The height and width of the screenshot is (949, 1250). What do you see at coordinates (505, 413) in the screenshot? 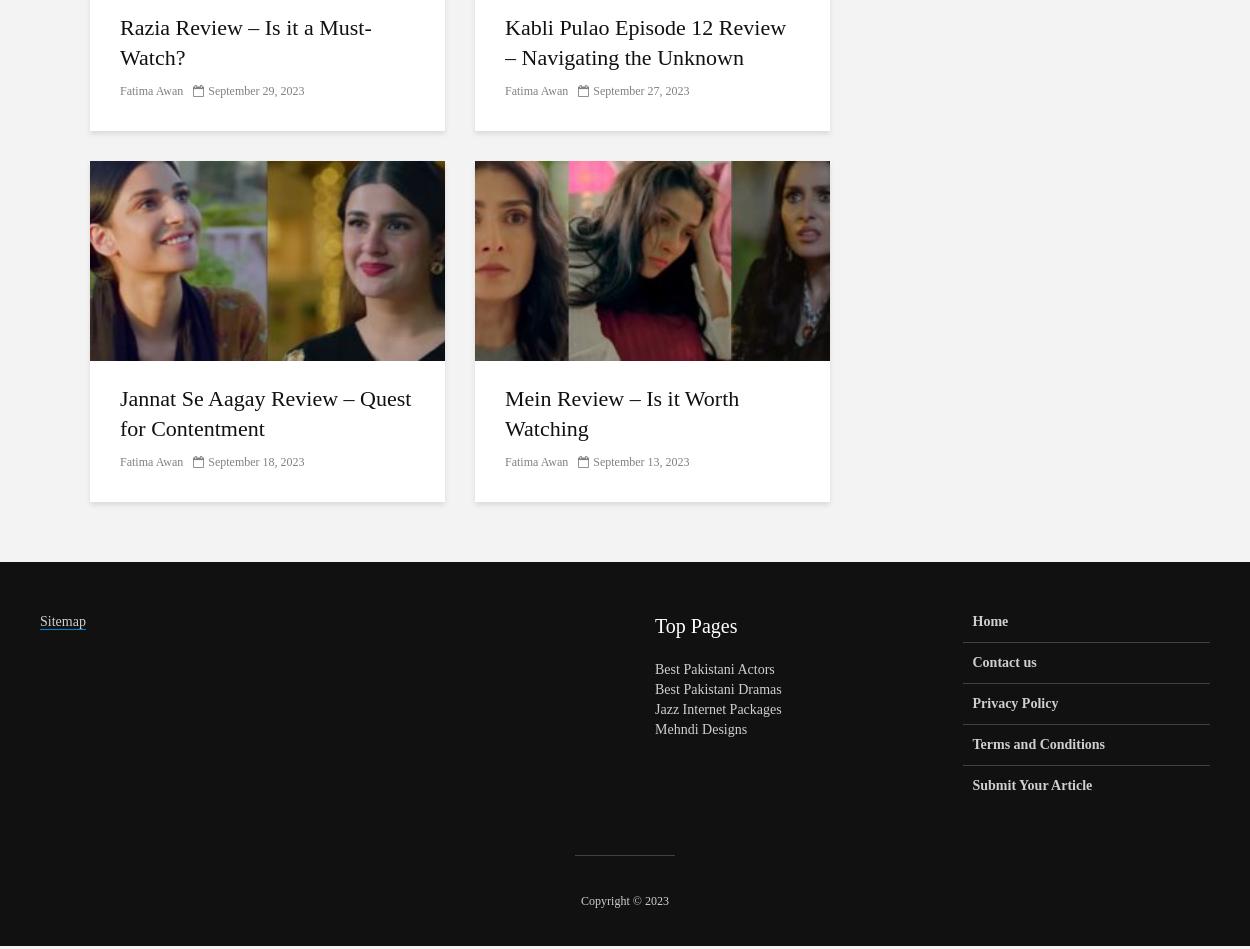
I see `'Mein Review – Is it Worth Watching'` at bounding box center [505, 413].